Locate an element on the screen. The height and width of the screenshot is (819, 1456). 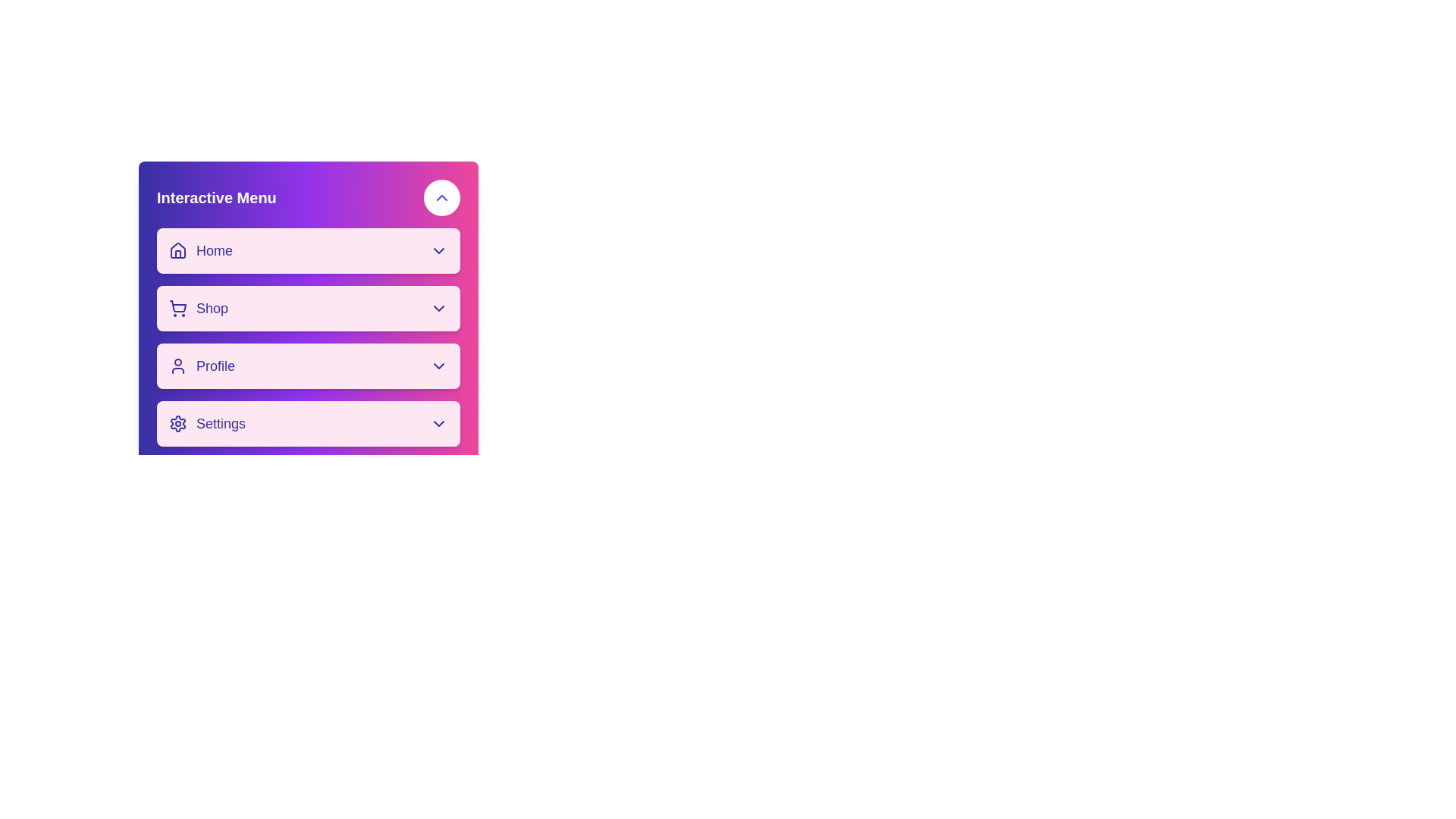
the 'Home' button is located at coordinates (308, 250).